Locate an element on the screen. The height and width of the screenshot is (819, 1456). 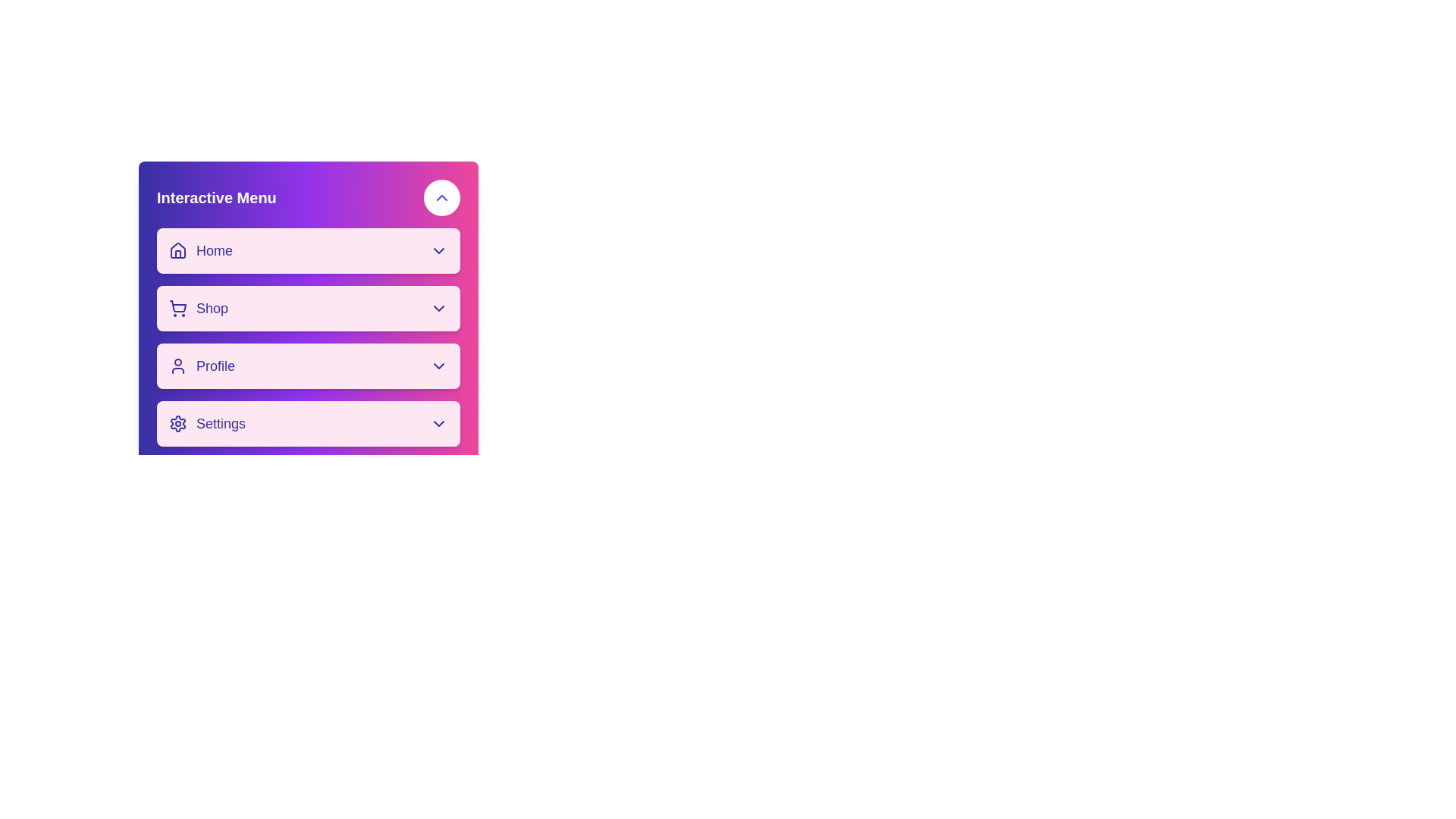
the 'Home' button is located at coordinates (308, 250).